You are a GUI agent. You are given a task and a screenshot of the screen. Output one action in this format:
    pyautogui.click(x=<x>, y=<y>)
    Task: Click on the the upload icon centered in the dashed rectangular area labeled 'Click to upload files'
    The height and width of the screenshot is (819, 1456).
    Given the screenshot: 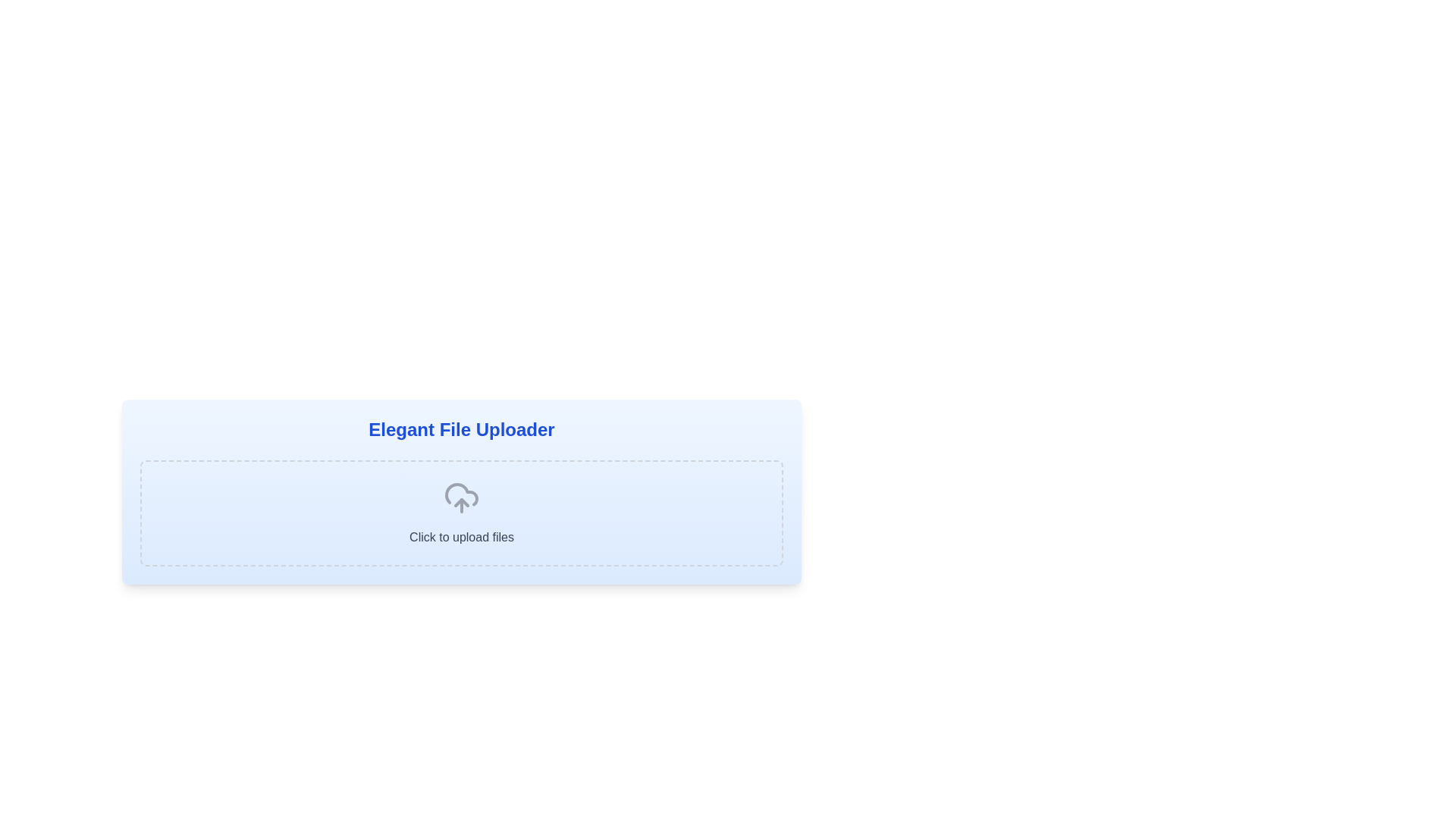 What is the action you would take?
    pyautogui.click(x=461, y=497)
    